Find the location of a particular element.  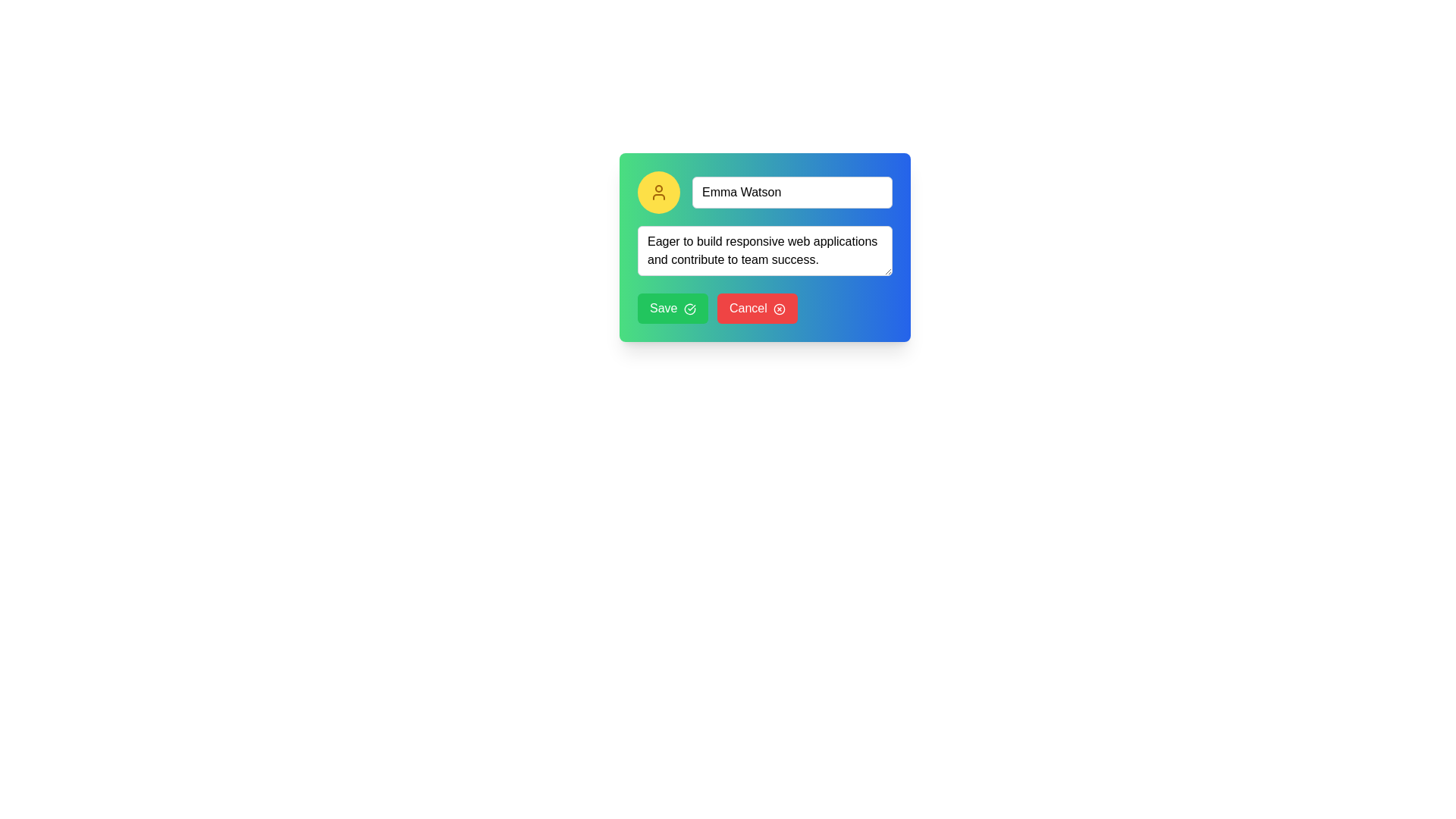

the button group positioned at the bottom of the blue card structure is located at coordinates (764, 308).